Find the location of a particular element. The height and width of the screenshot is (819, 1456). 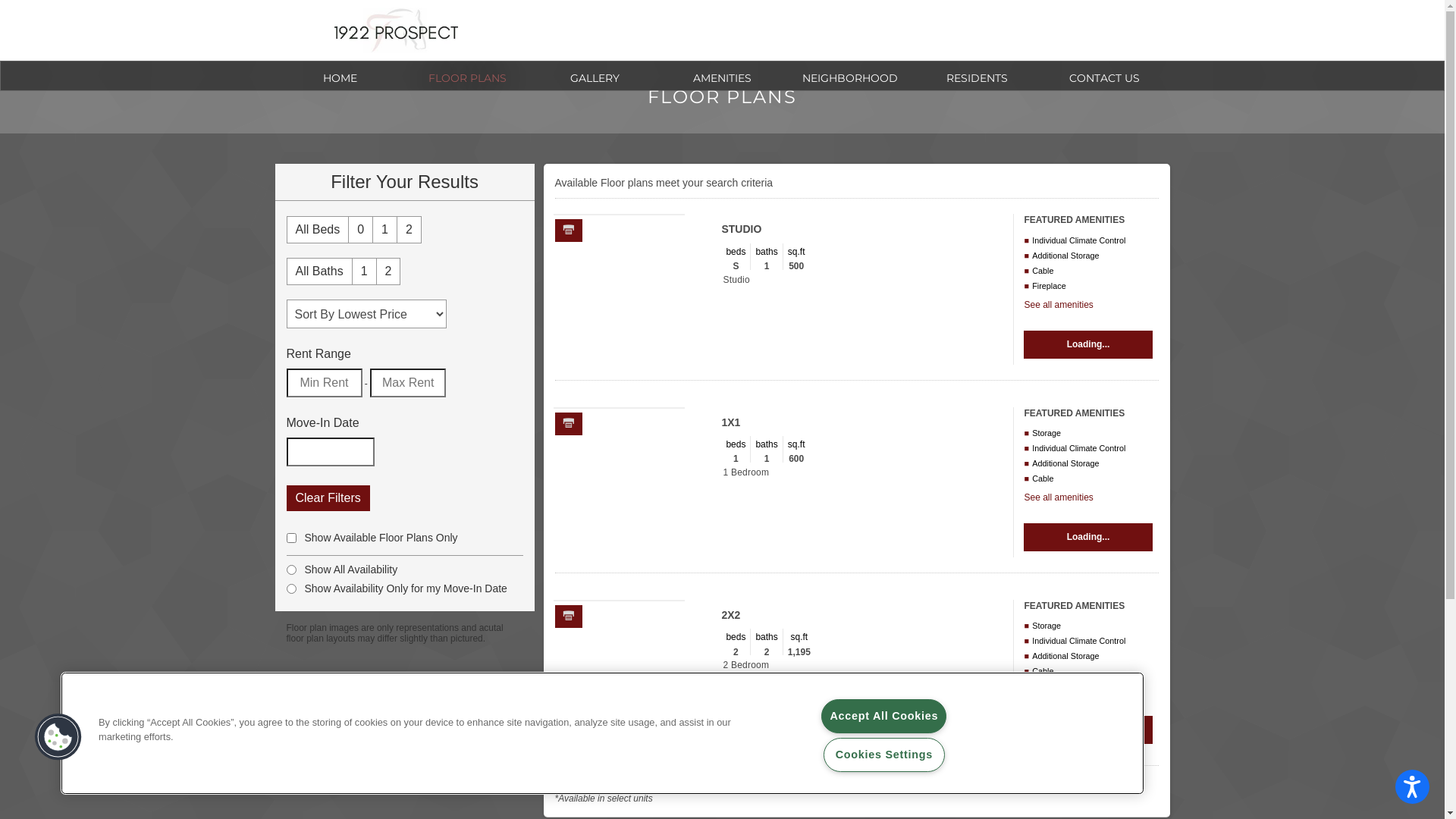

'1' is located at coordinates (384, 230).